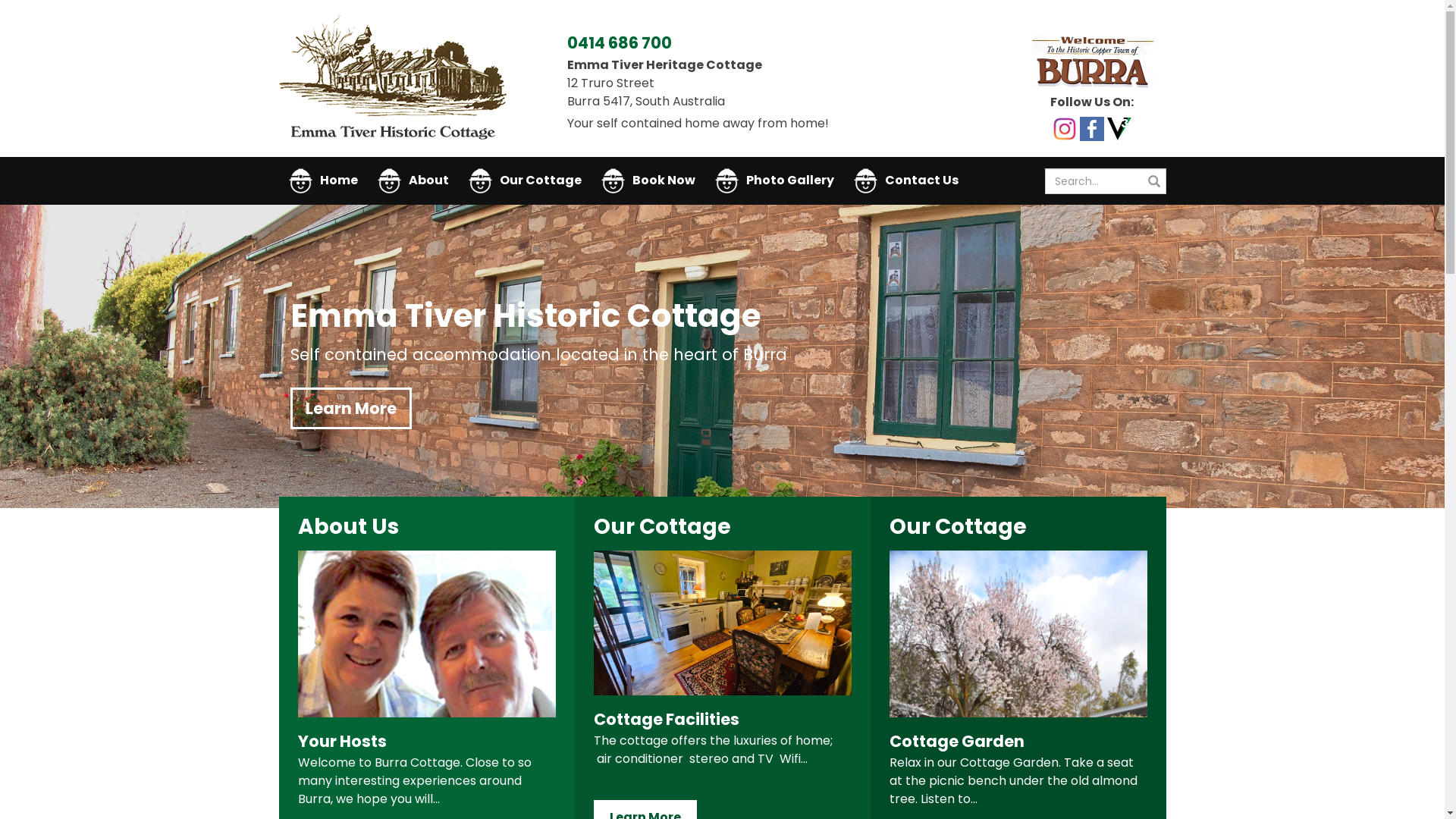 The width and height of the screenshot is (1456, 819). Describe the element at coordinates (905, 180) in the screenshot. I see `'Contact Us'` at that location.